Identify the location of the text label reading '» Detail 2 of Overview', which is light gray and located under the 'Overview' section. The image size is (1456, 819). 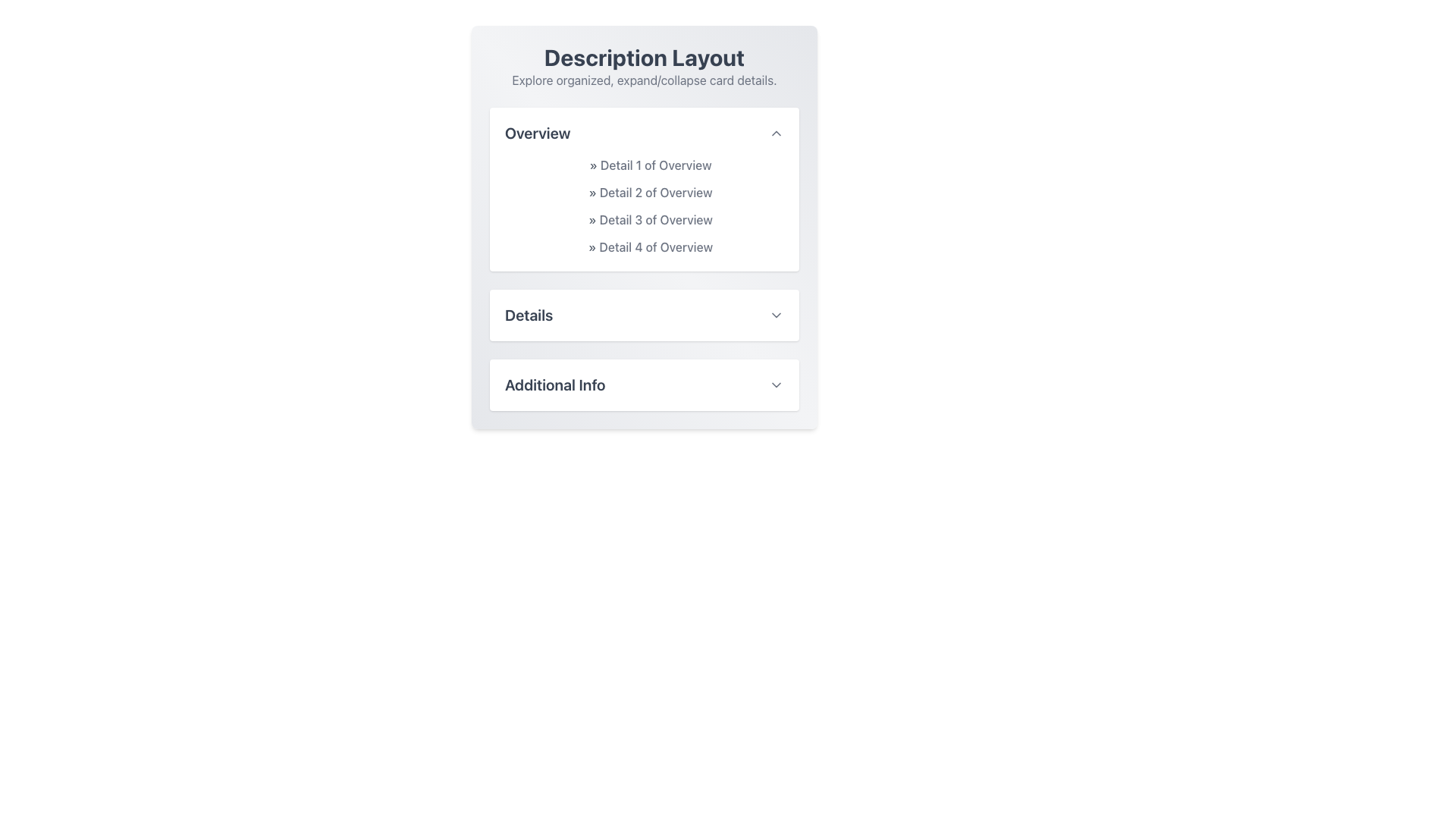
(644, 192).